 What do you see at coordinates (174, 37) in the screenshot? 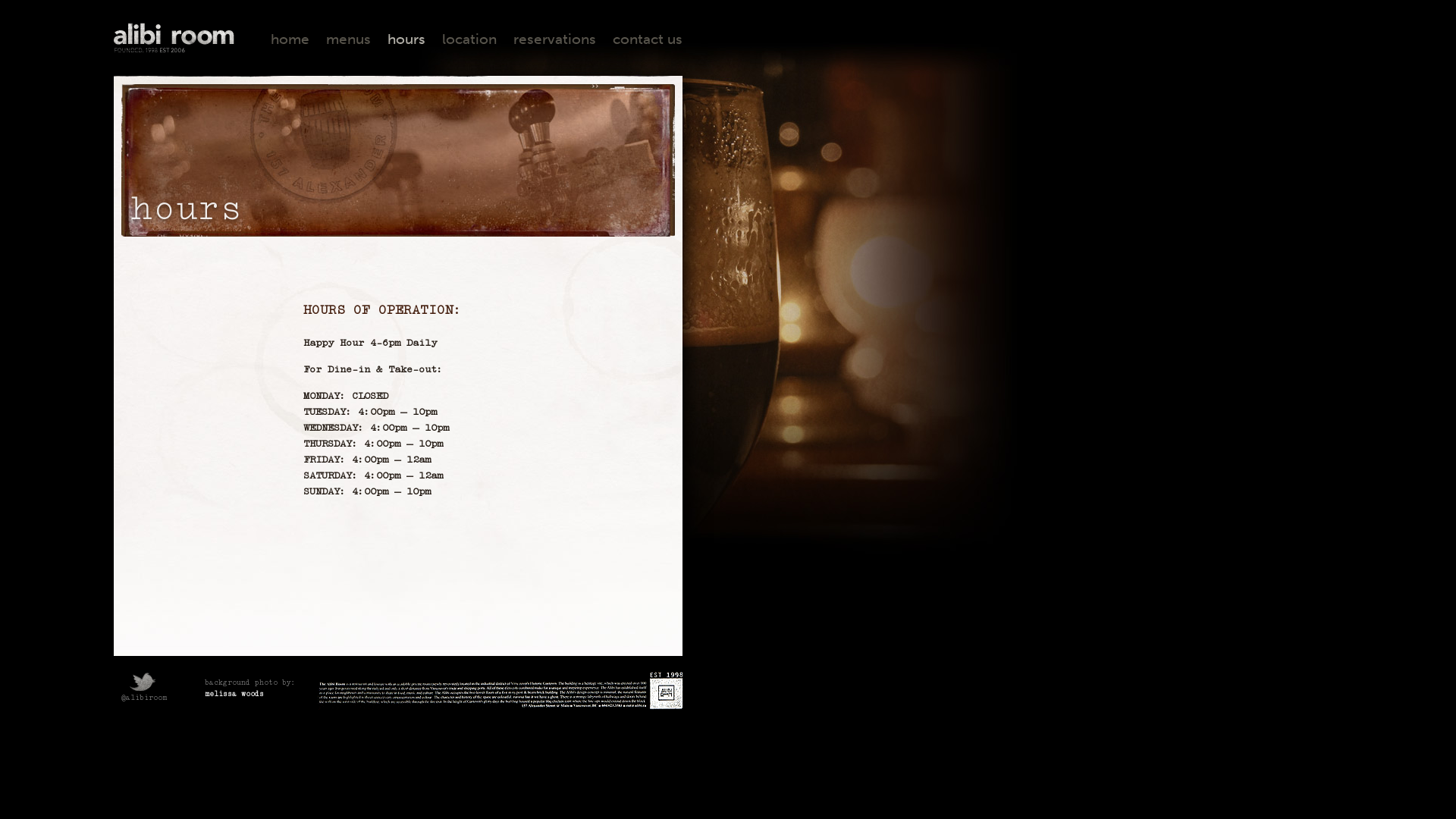
I see `'Alibi Room'` at bounding box center [174, 37].